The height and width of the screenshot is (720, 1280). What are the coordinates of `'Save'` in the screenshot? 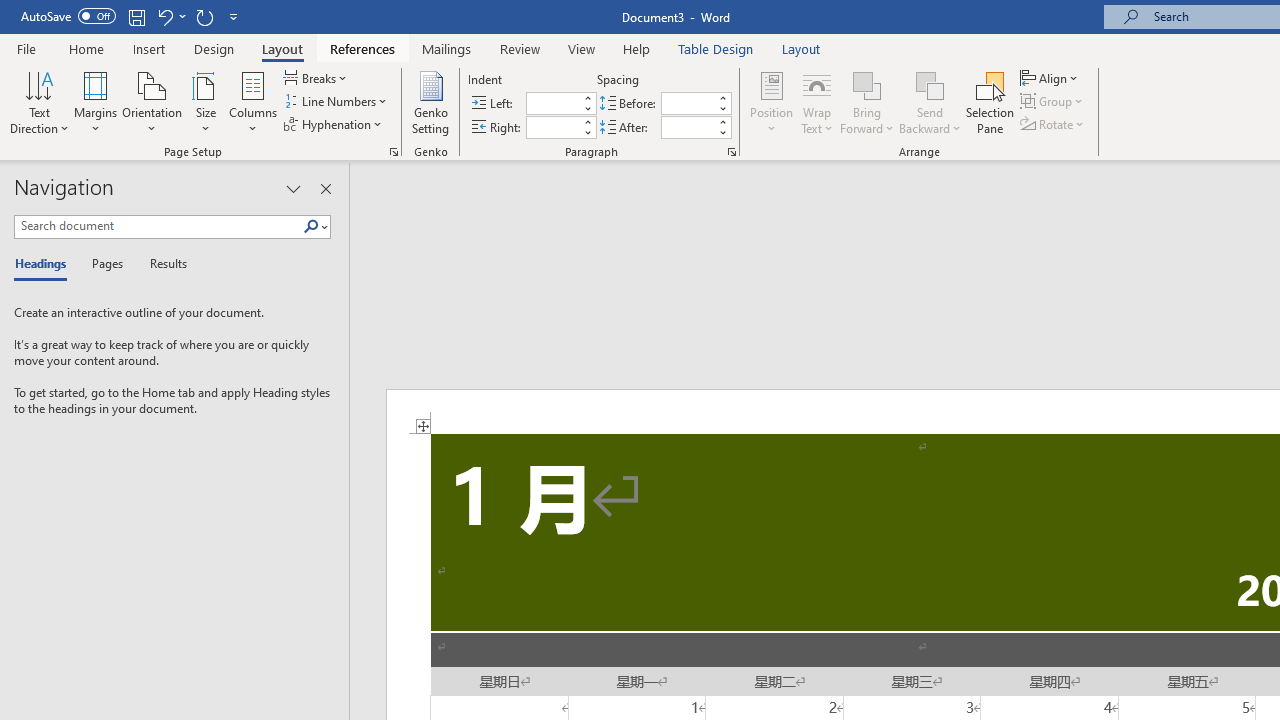 It's located at (135, 16).